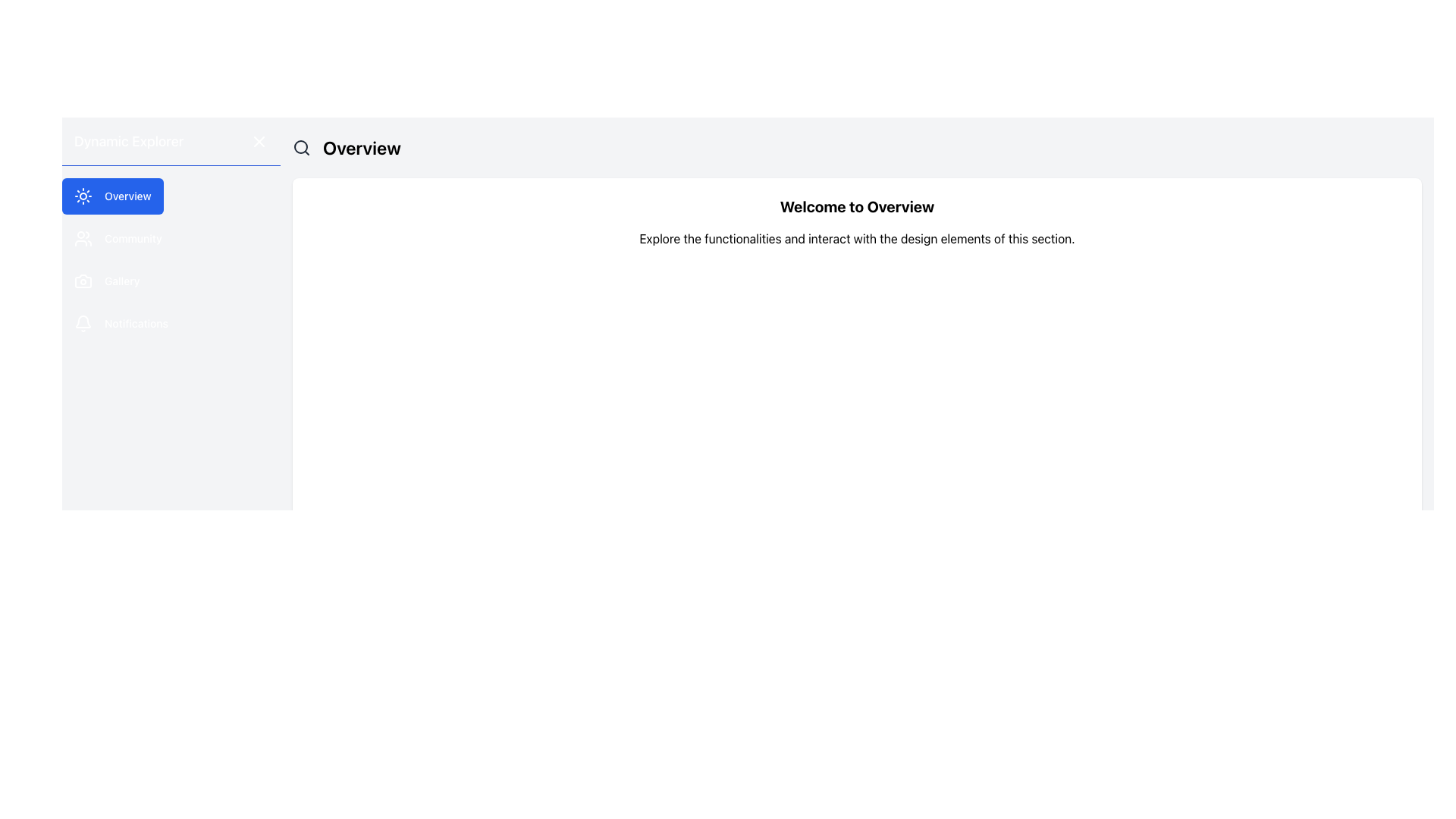 Image resolution: width=1456 pixels, height=819 pixels. Describe the element at coordinates (83, 281) in the screenshot. I see `the small camera icon located to the left of the text label 'Gallery' in the second option of the vertical navigation menu` at that location.